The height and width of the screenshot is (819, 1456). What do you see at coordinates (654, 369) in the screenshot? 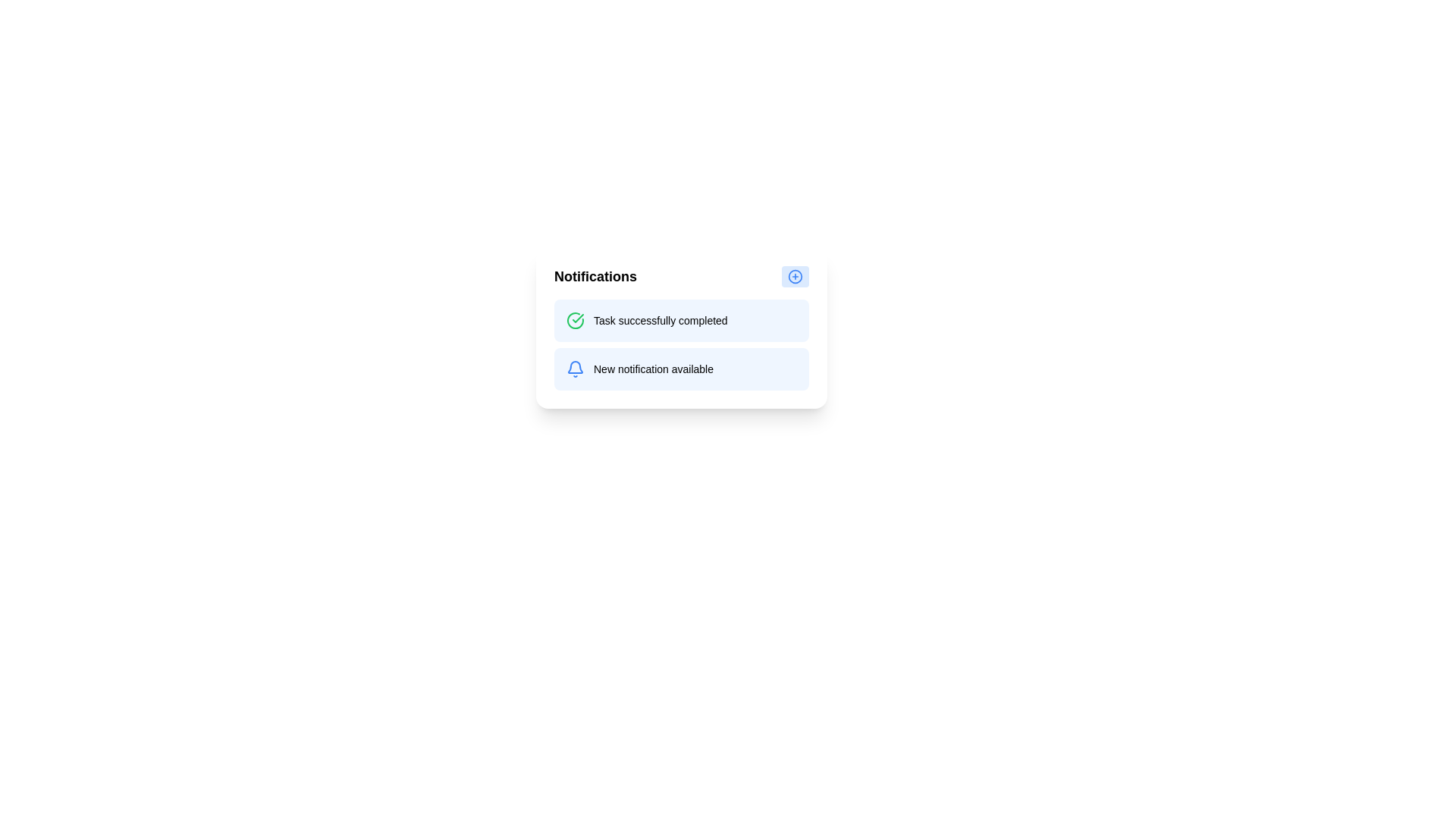
I see `the descriptive text of the second notification under the 'Notifications' section, which informs users about a new notification being available` at bounding box center [654, 369].